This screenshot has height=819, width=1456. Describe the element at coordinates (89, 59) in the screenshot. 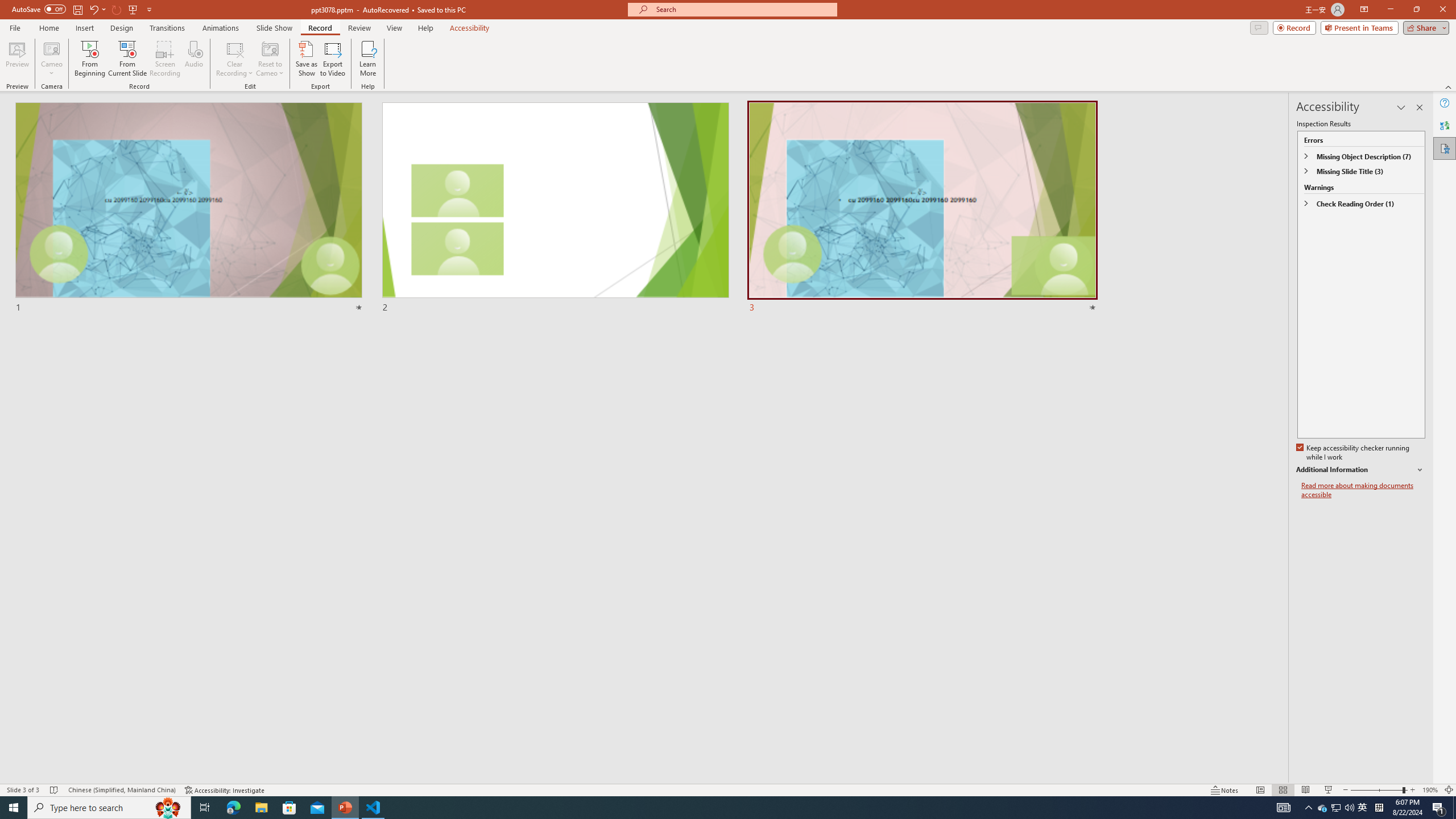

I see `'From Beginning...'` at that location.